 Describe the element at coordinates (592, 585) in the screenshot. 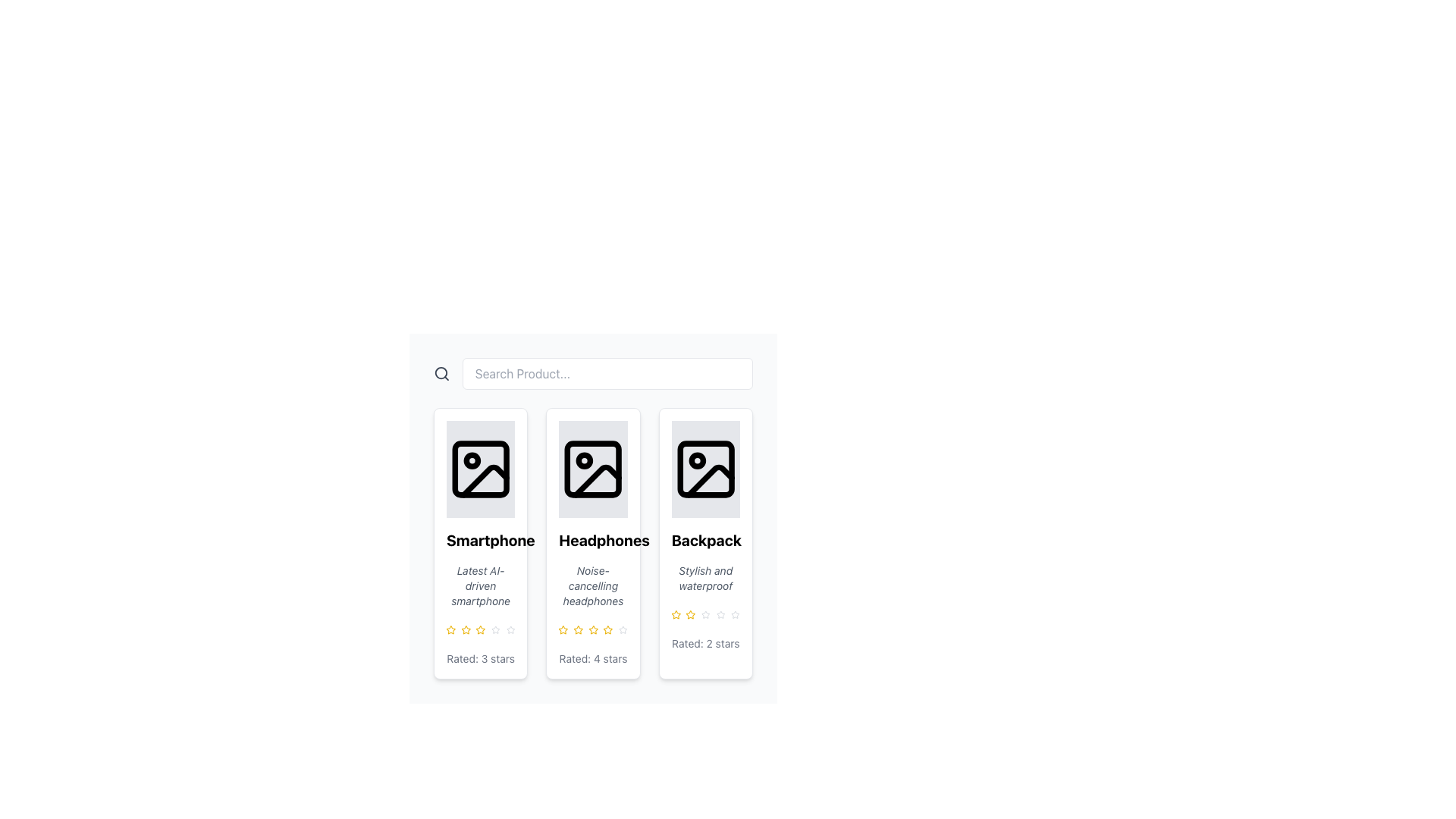

I see `text label displaying 'Noise-cancelling headphones' located in the second product card from the left under the title 'Headphones'` at that location.